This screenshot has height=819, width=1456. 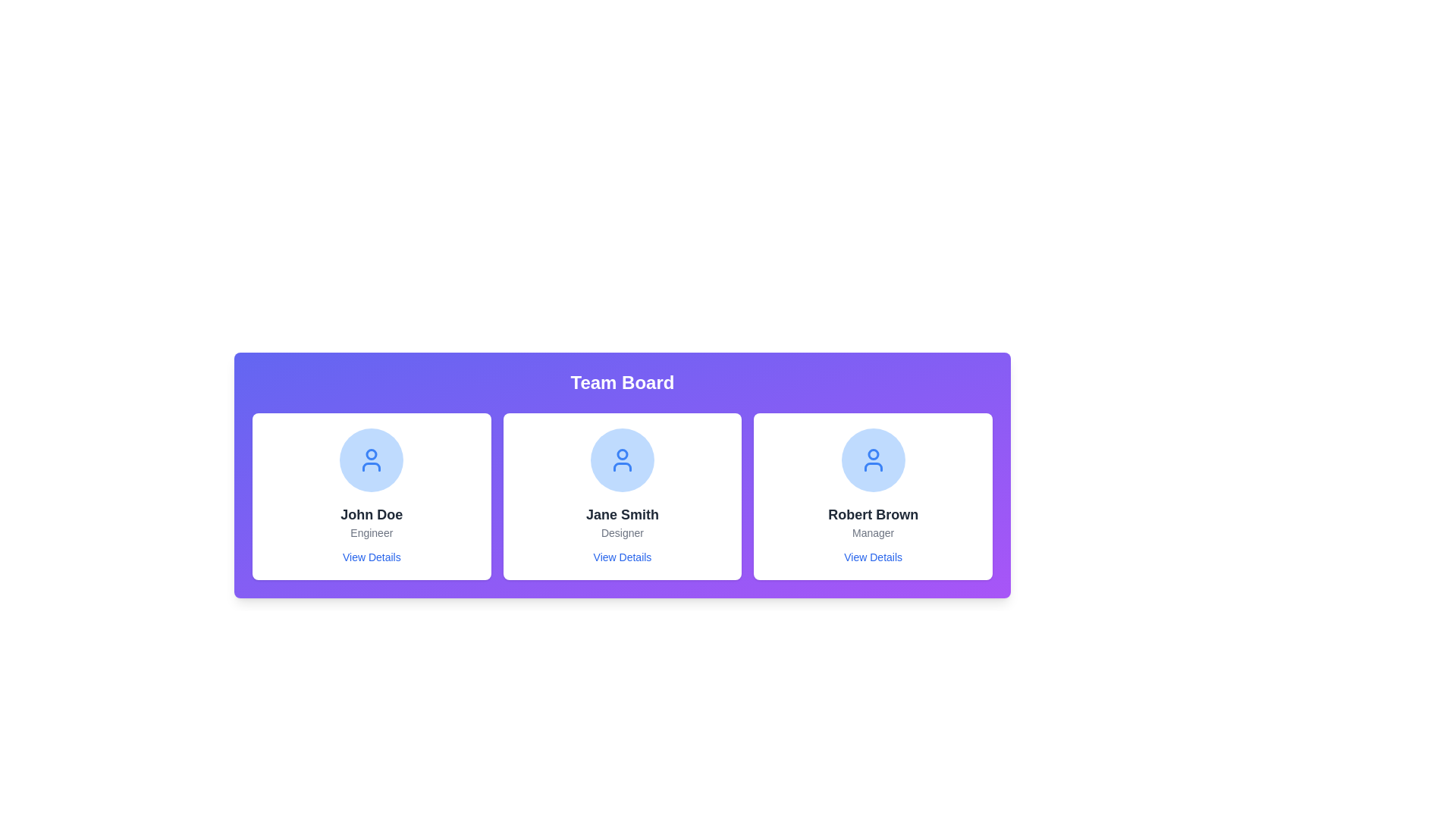 I want to click on the 'View Details' link in blue text located below 'Jane Smith' the Designer in the profile card, so click(x=622, y=557).